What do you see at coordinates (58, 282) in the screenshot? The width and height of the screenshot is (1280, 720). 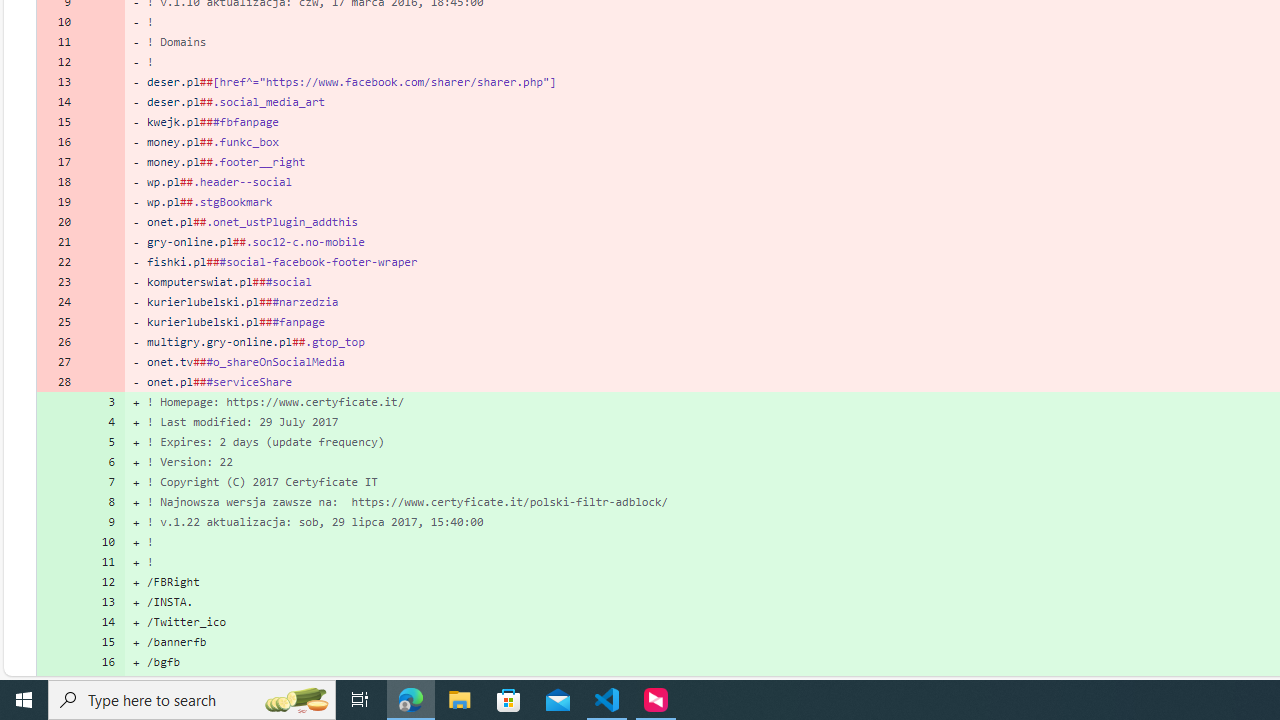 I see `'23'` at bounding box center [58, 282].